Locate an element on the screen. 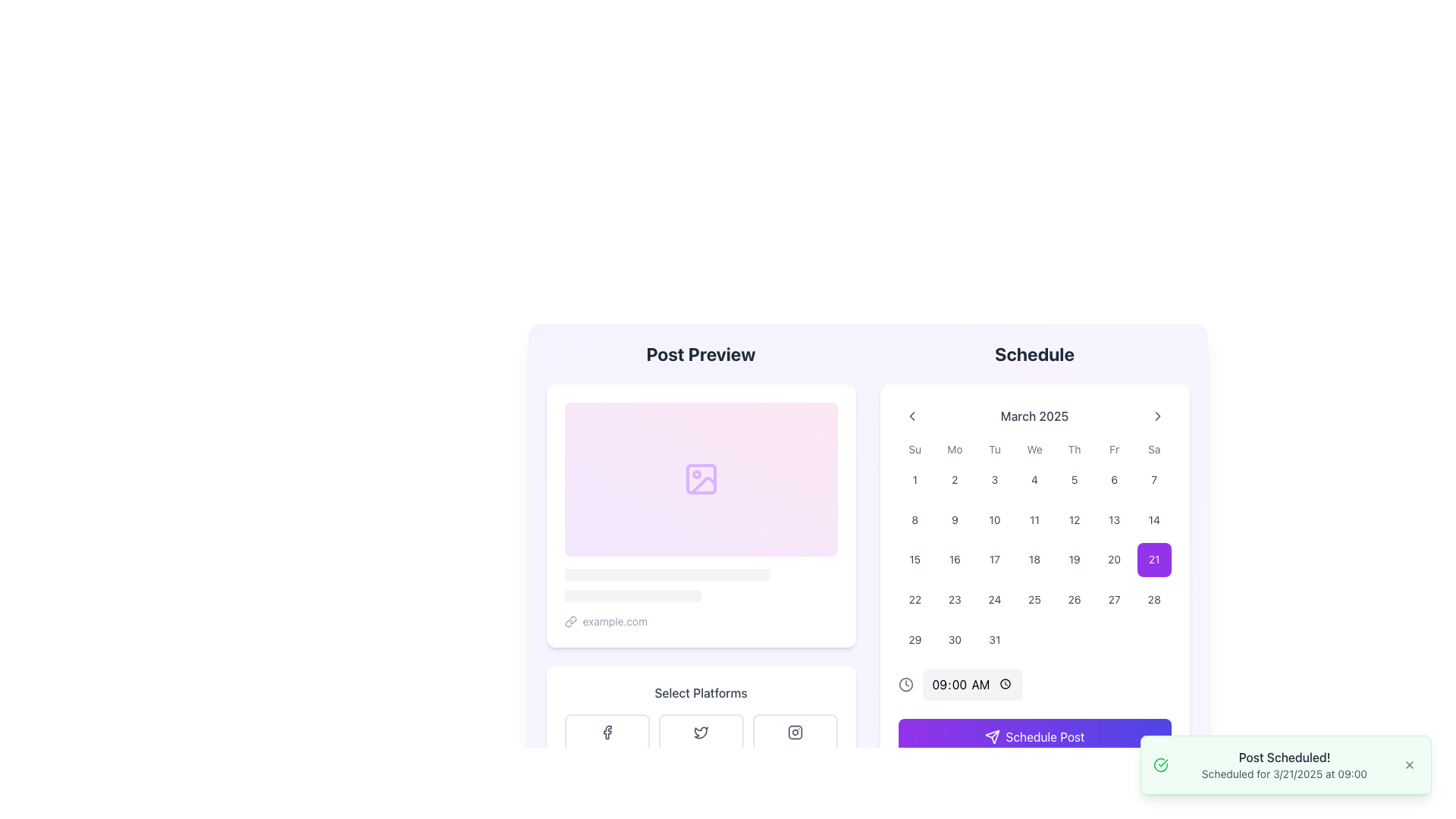 The height and width of the screenshot is (819, 1456). the text label displaying 'example.com' located in the lower-left section of the content card under the 'Post Preview' heading is located at coordinates (615, 621).